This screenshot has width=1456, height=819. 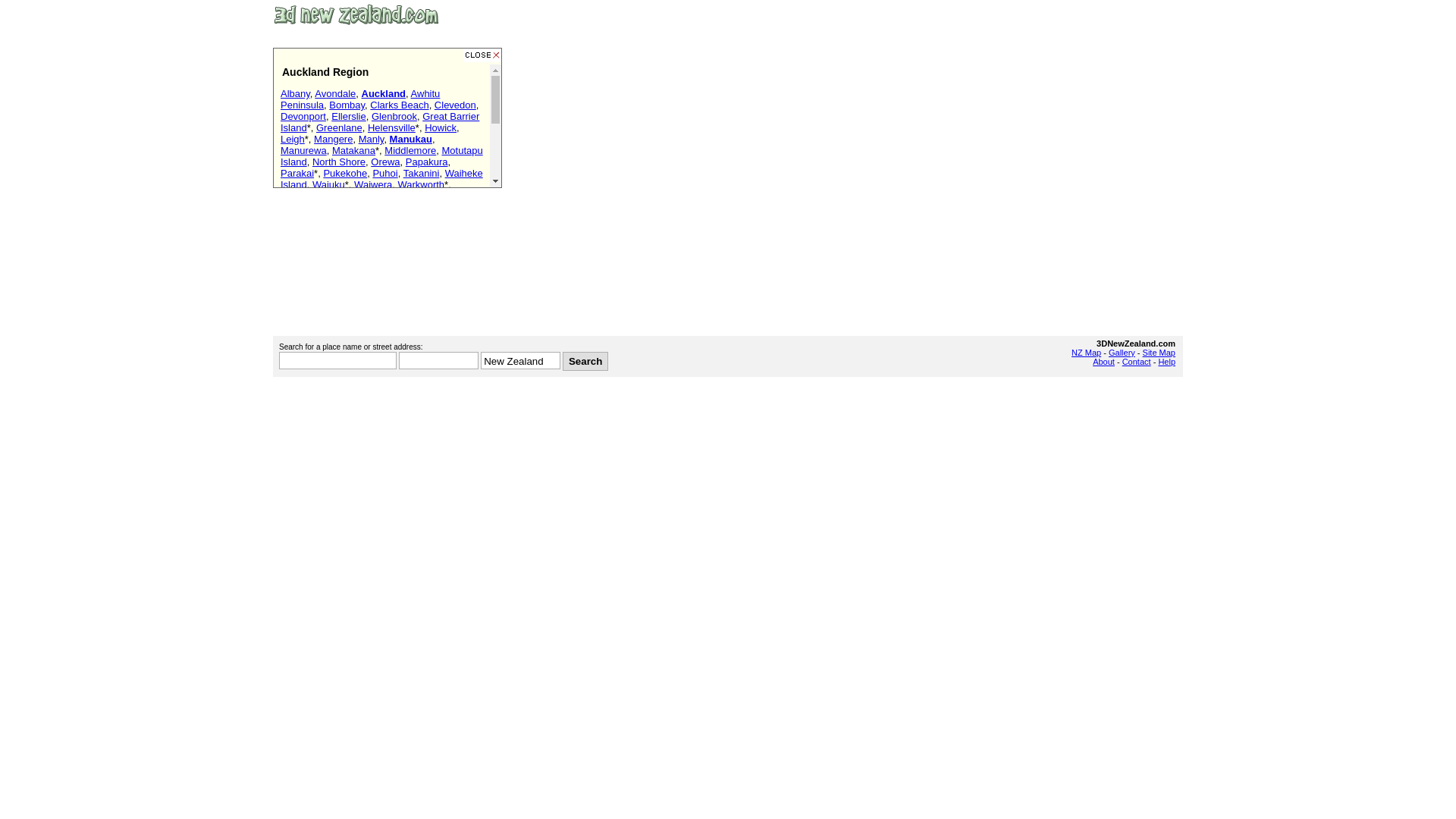 What do you see at coordinates (312, 184) in the screenshot?
I see `'Waiuku'` at bounding box center [312, 184].